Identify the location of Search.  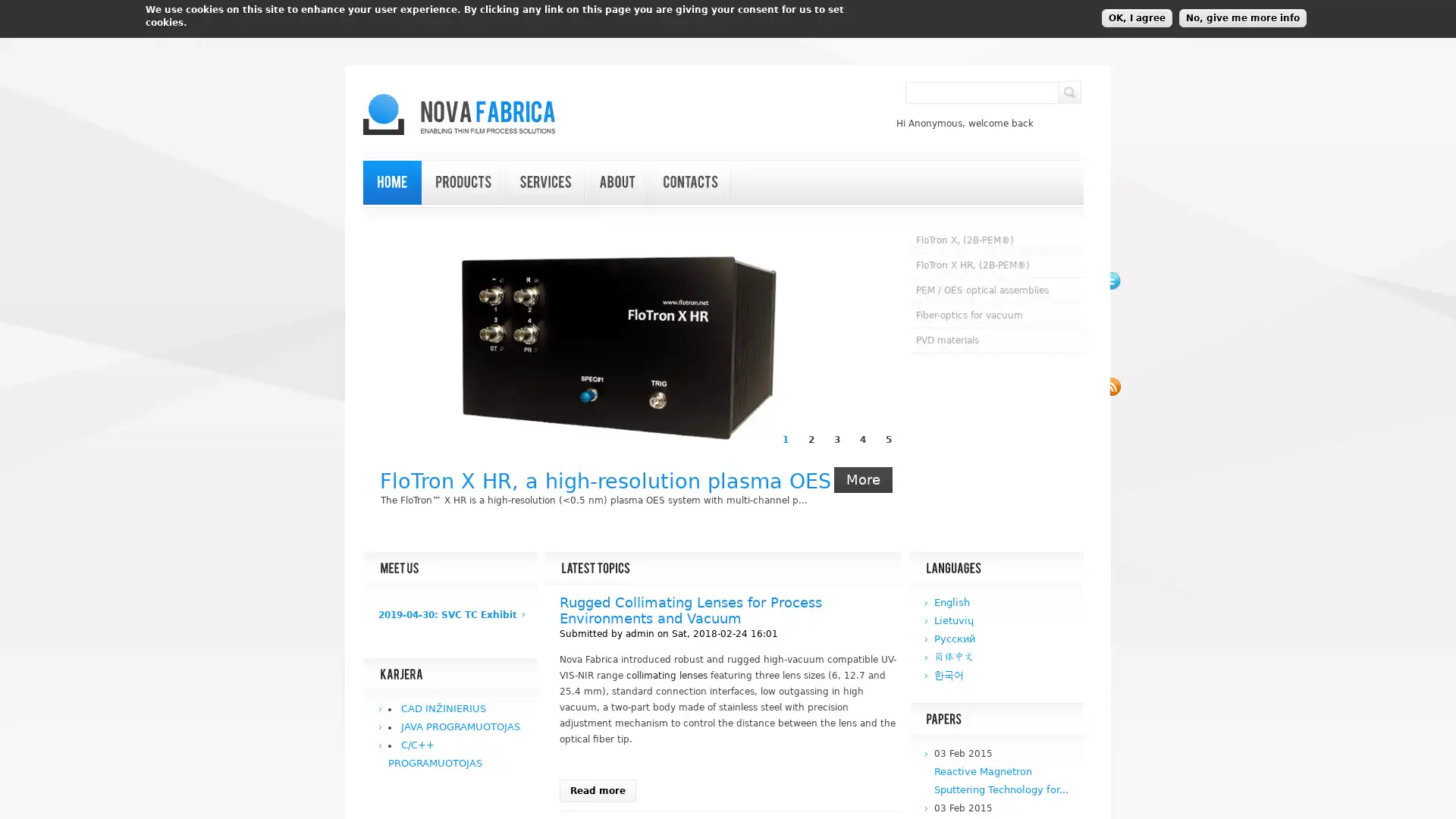
(1068, 93).